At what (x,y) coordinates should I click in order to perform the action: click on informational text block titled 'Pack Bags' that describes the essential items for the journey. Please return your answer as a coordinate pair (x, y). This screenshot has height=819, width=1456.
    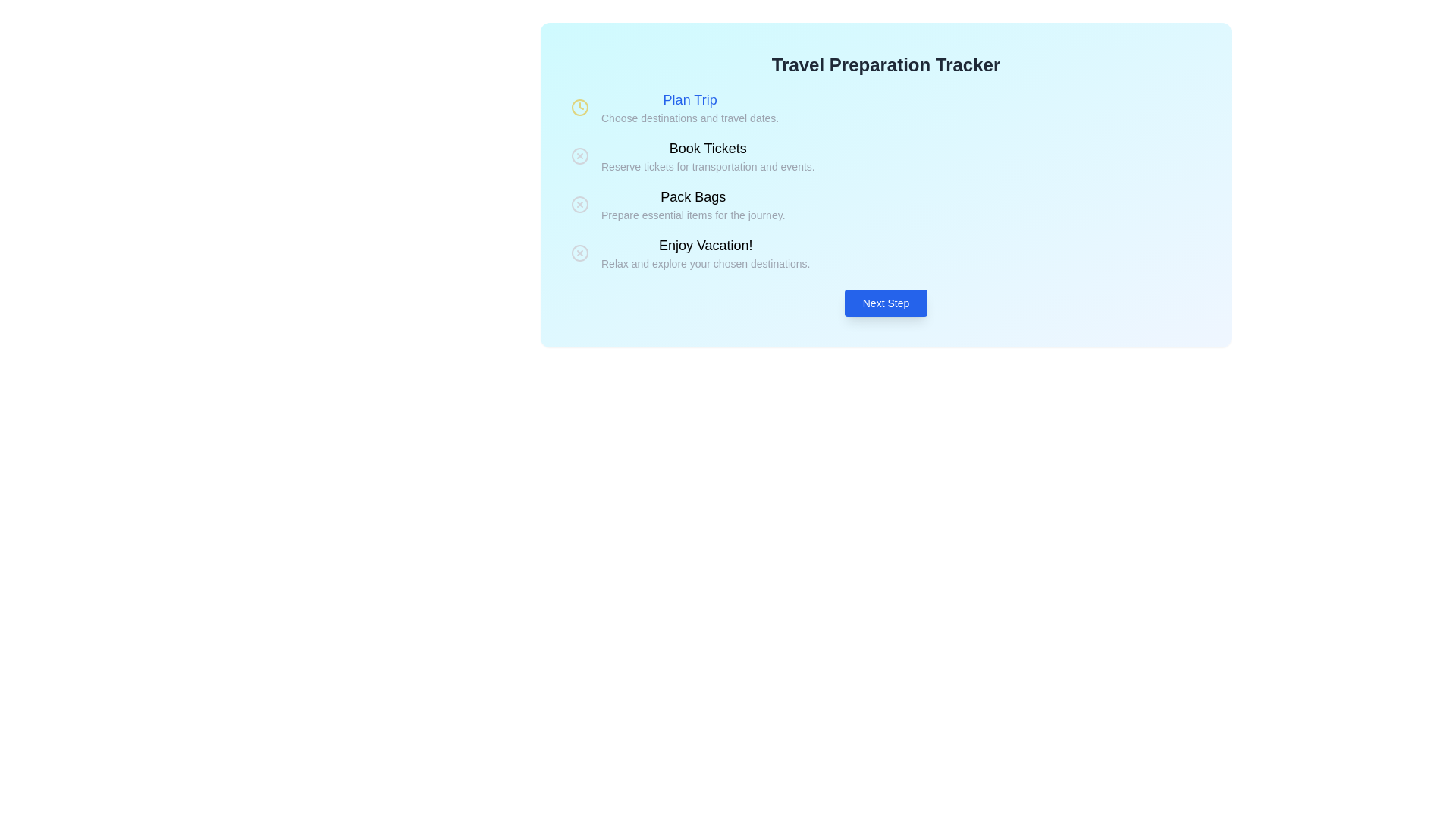
    Looking at the image, I should click on (692, 205).